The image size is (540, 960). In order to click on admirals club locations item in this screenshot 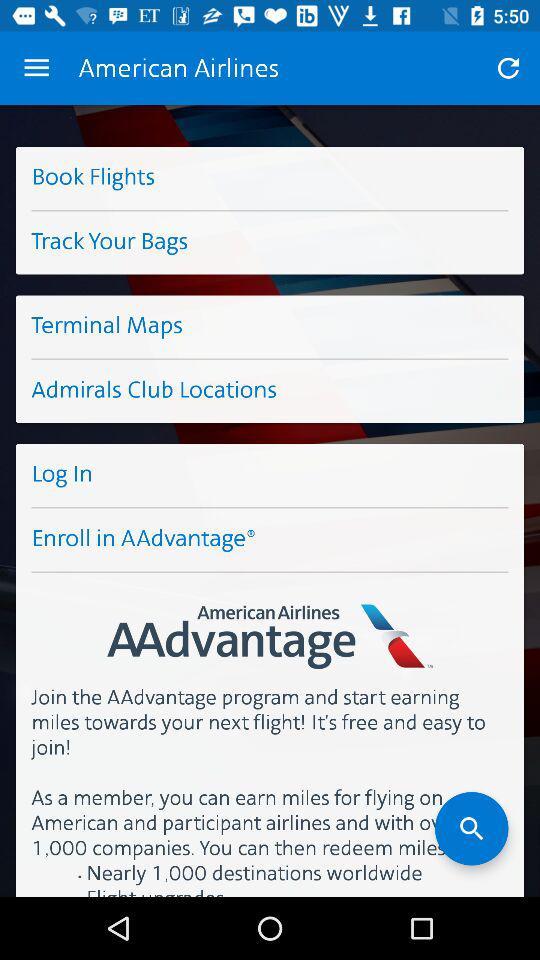, I will do `click(270, 390)`.